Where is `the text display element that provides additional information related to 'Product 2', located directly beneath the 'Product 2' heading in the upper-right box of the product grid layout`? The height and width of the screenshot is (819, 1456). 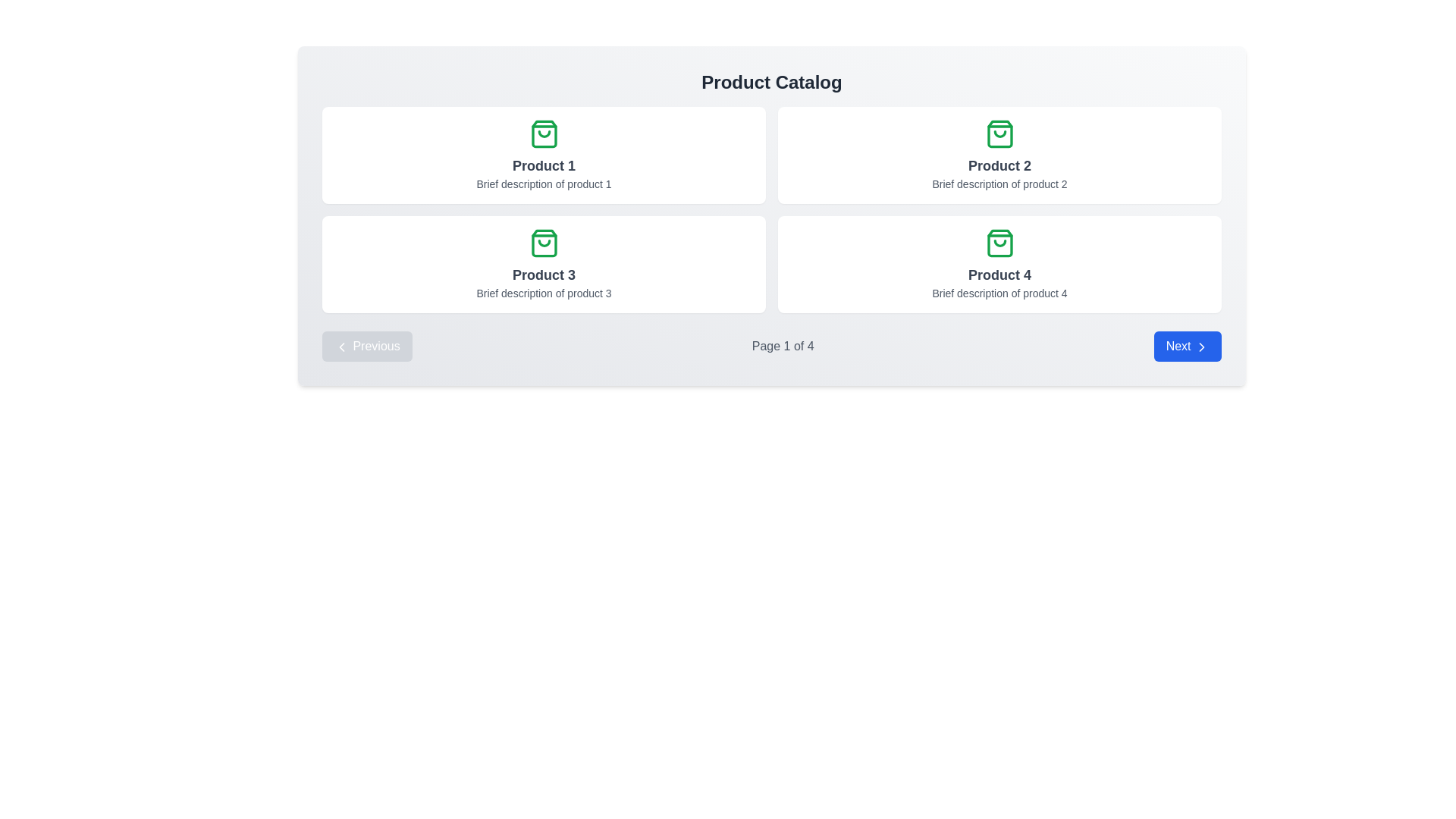 the text display element that provides additional information related to 'Product 2', located directly beneath the 'Product 2' heading in the upper-right box of the product grid layout is located at coordinates (999, 184).